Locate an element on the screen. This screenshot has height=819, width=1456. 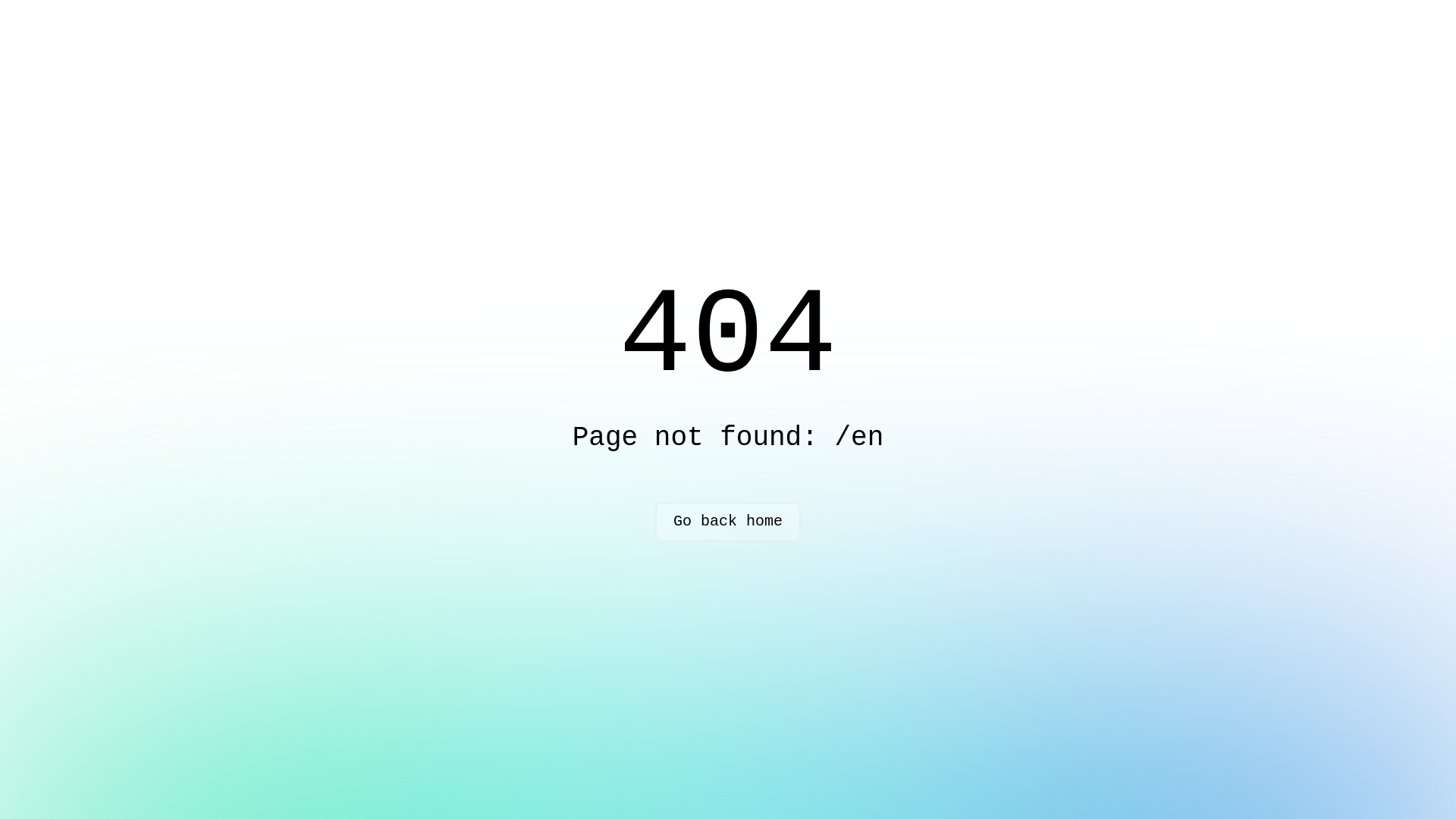
'Go back home' is located at coordinates (728, 520).